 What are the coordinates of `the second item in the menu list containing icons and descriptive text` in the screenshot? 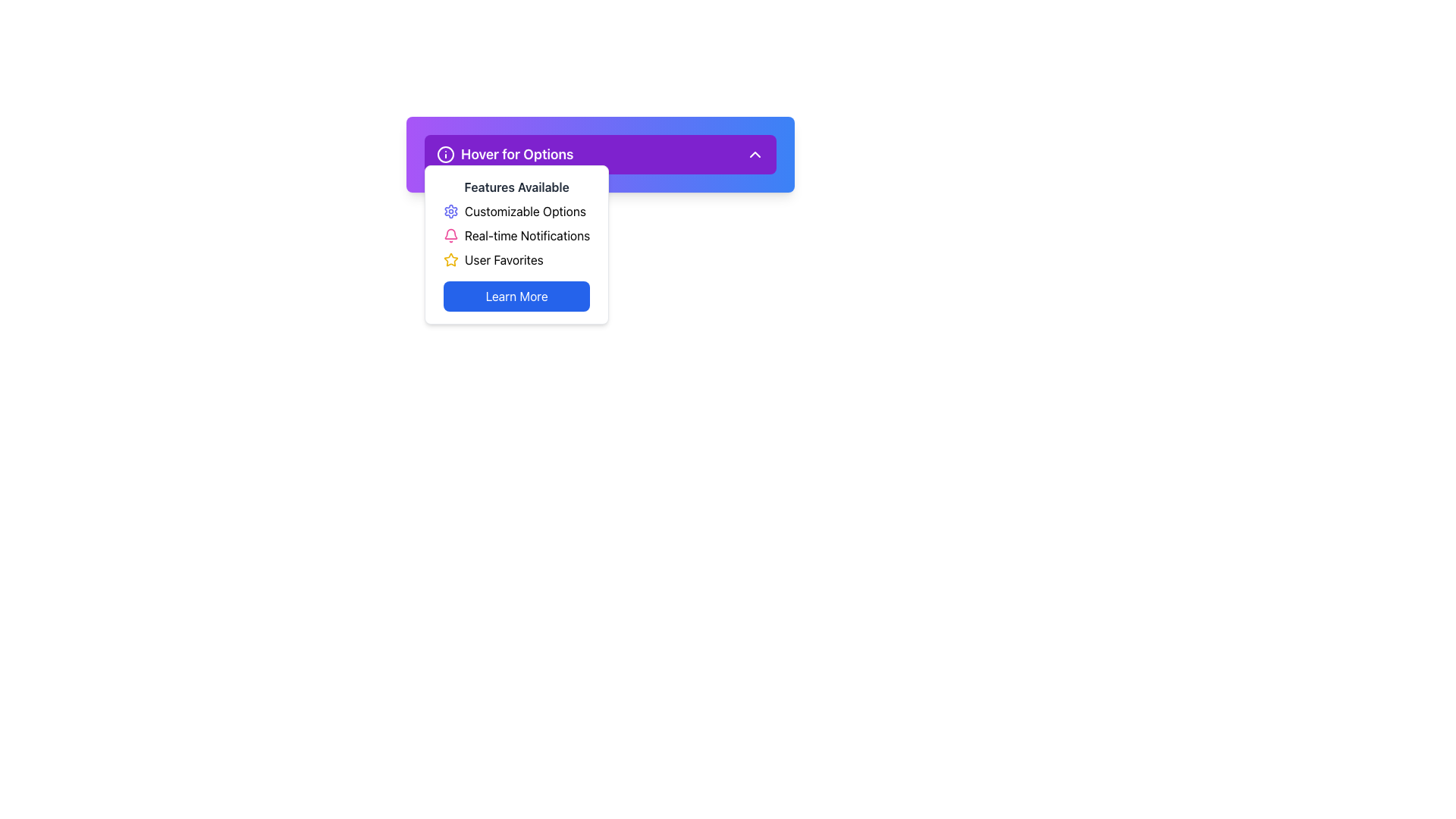 It's located at (516, 236).